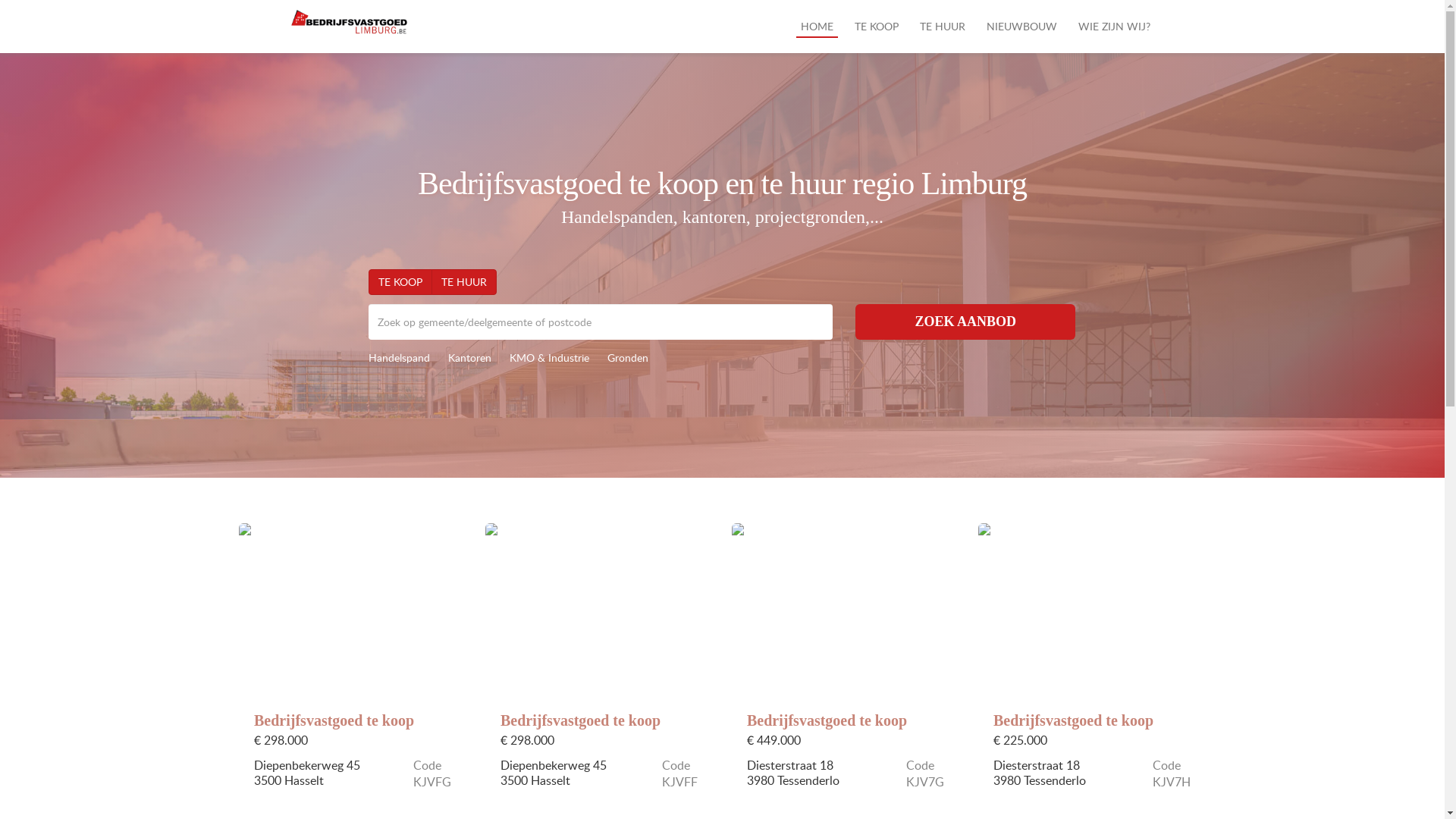 Image resolution: width=1456 pixels, height=819 pixels. I want to click on 'ZOEK AANBOD', so click(965, 321).